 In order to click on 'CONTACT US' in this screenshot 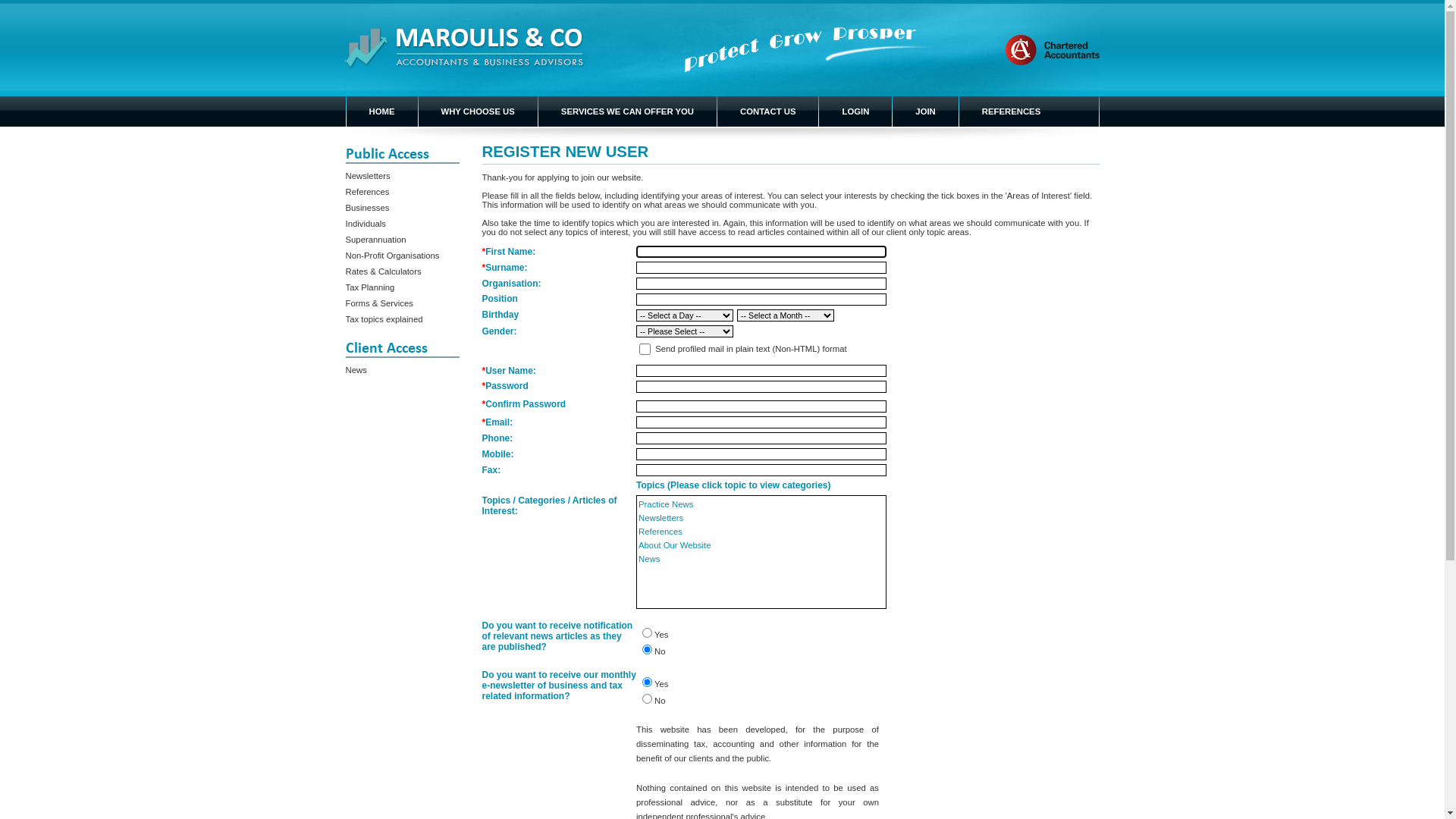, I will do `click(767, 110)`.